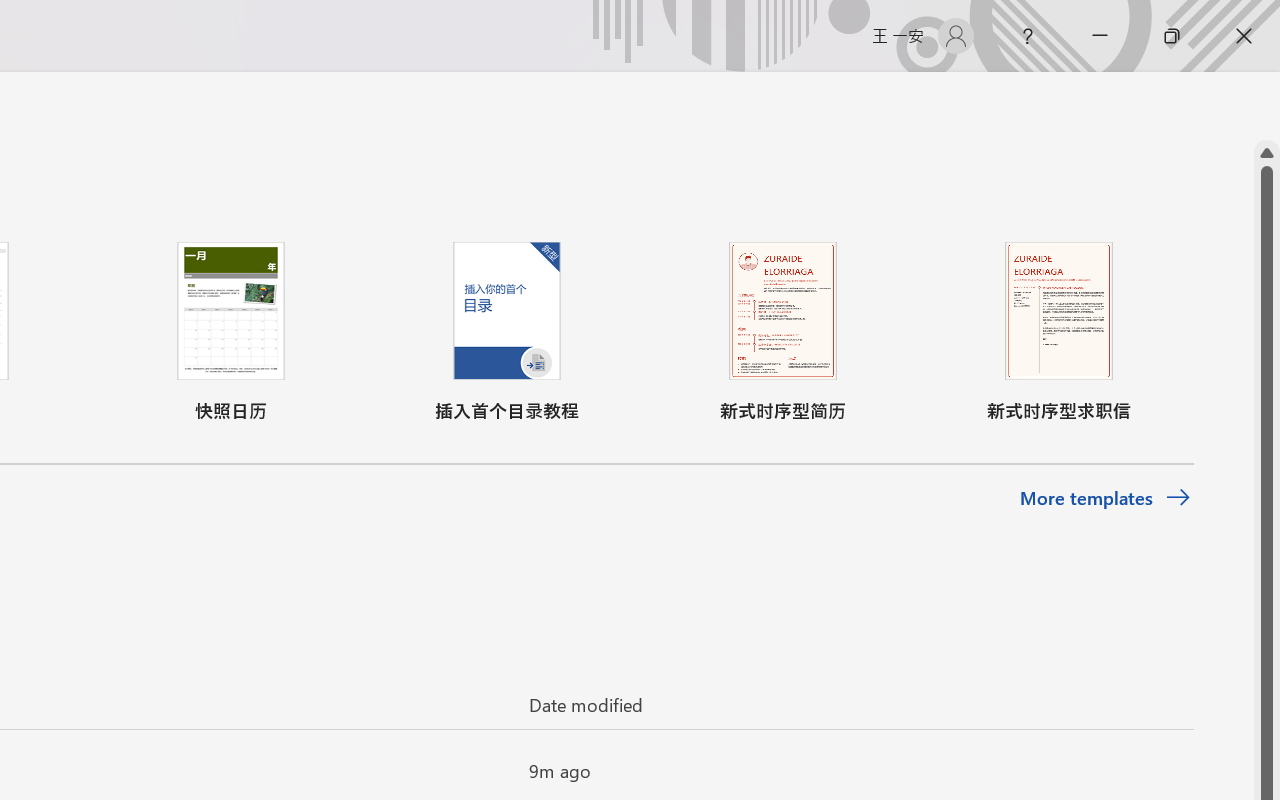 This screenshot has height=800, width=1280. Describe the element at coordinates (1099, 35) in the screenshot. I see `'Minimize'` at that location.